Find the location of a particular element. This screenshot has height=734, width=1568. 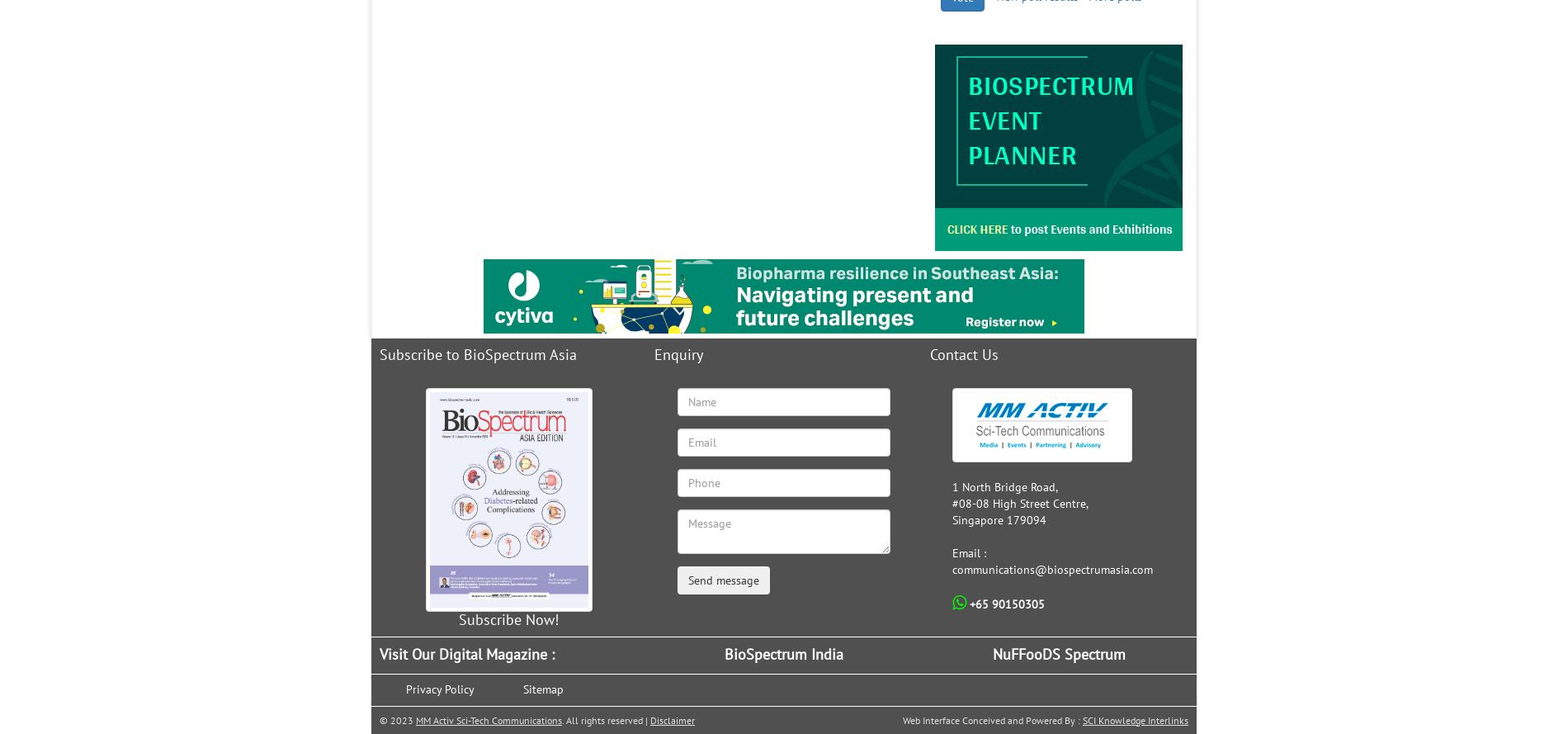

'. All rights reserved |' is located at coordinates (561, 718).